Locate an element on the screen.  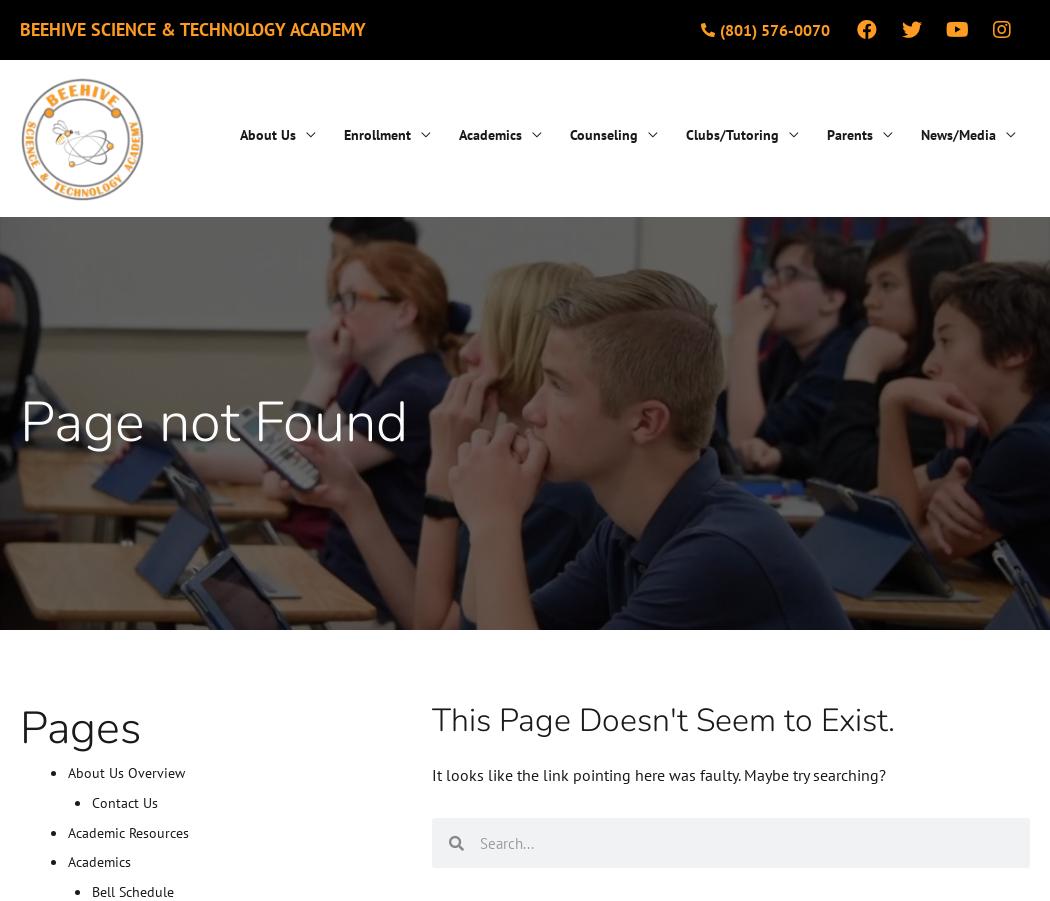
'Apple Distinguished School iBook' is located at coordinates (908, 323).